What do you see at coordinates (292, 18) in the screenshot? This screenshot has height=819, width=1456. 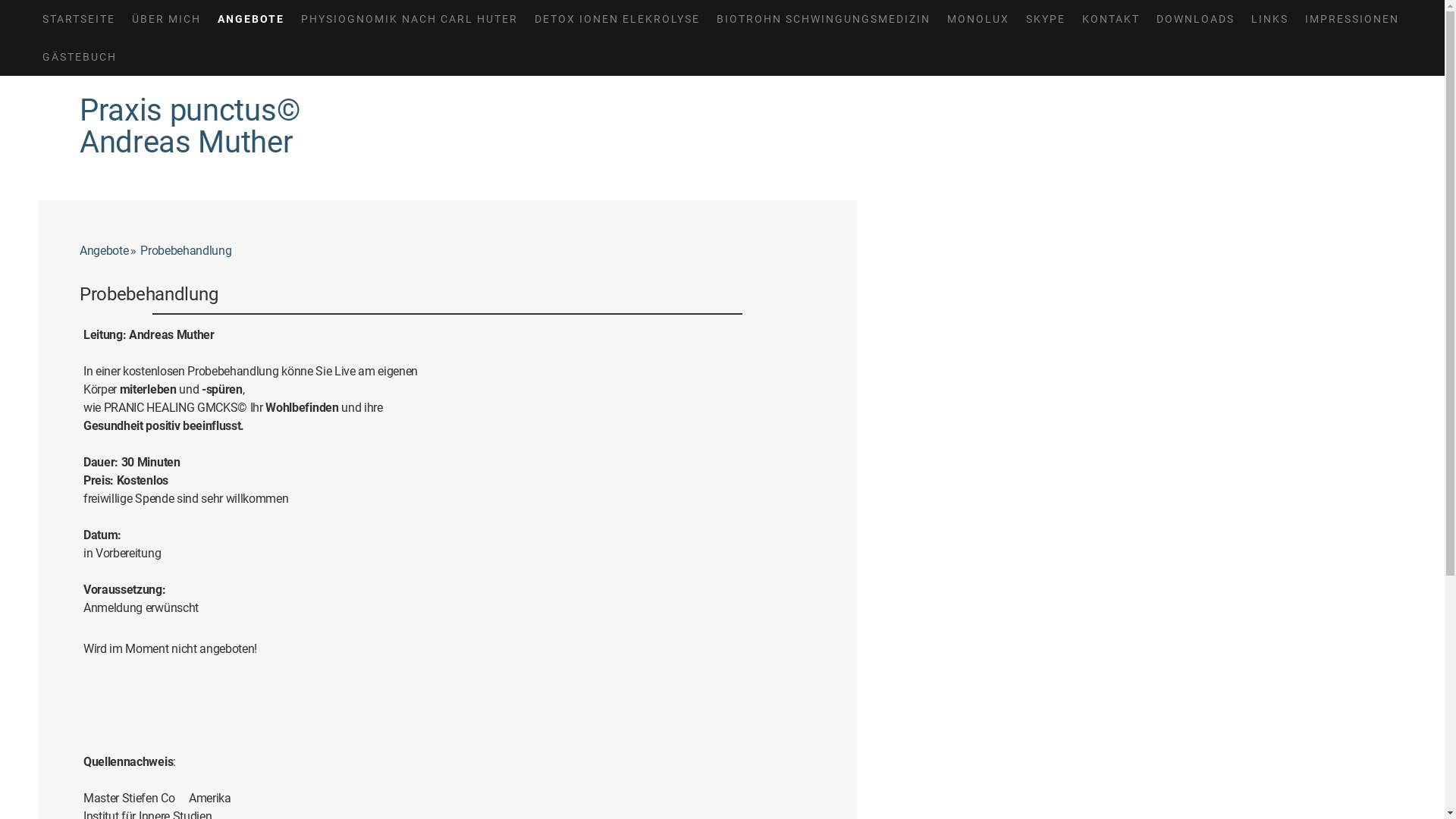 I see `'PHYSIOGNOMIK NACH CARL HUTER'` at bounding box center [292, 18].